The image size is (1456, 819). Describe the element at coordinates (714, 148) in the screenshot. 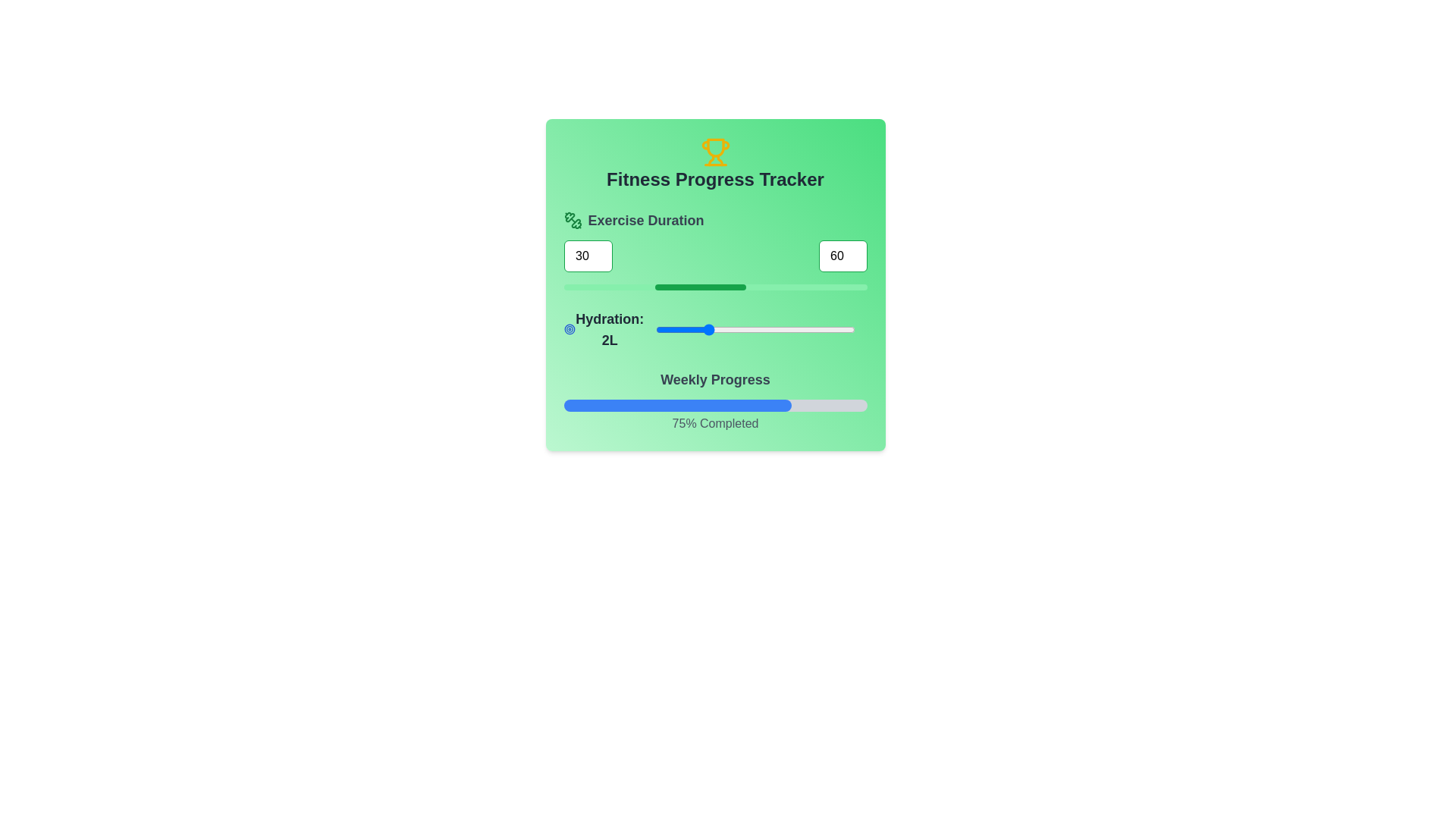

I see `the trophy-like icon in the header section of the green card labeled 'Fitness Progress Tracker'` at that location.